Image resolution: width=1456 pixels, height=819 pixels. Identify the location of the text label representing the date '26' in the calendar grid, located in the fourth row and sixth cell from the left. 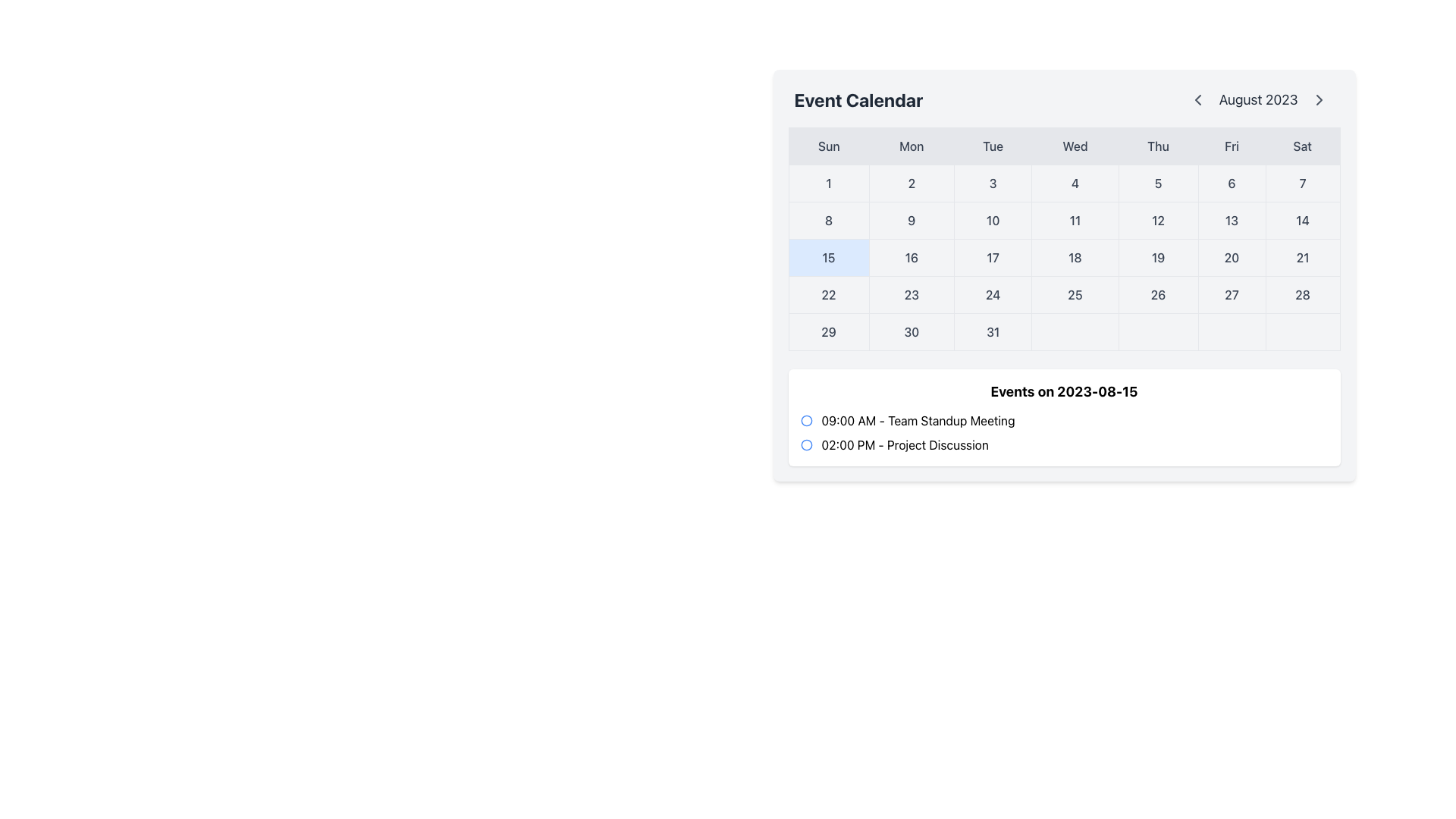
(1157, 295).